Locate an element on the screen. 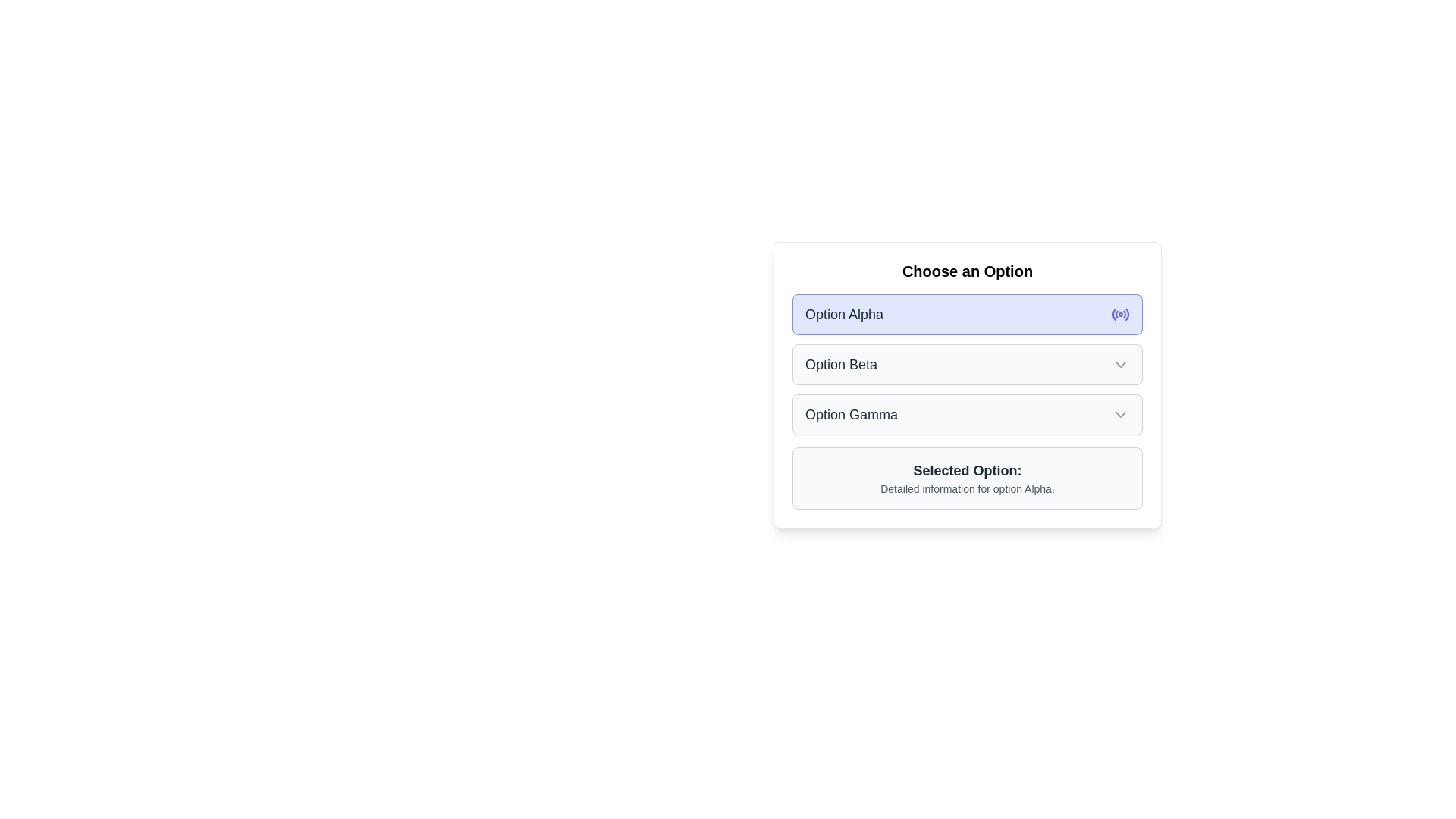 This screenshot has height=819, width=1456. the second selectable option in the vertically aligned list is located at coordinates (967, 365).